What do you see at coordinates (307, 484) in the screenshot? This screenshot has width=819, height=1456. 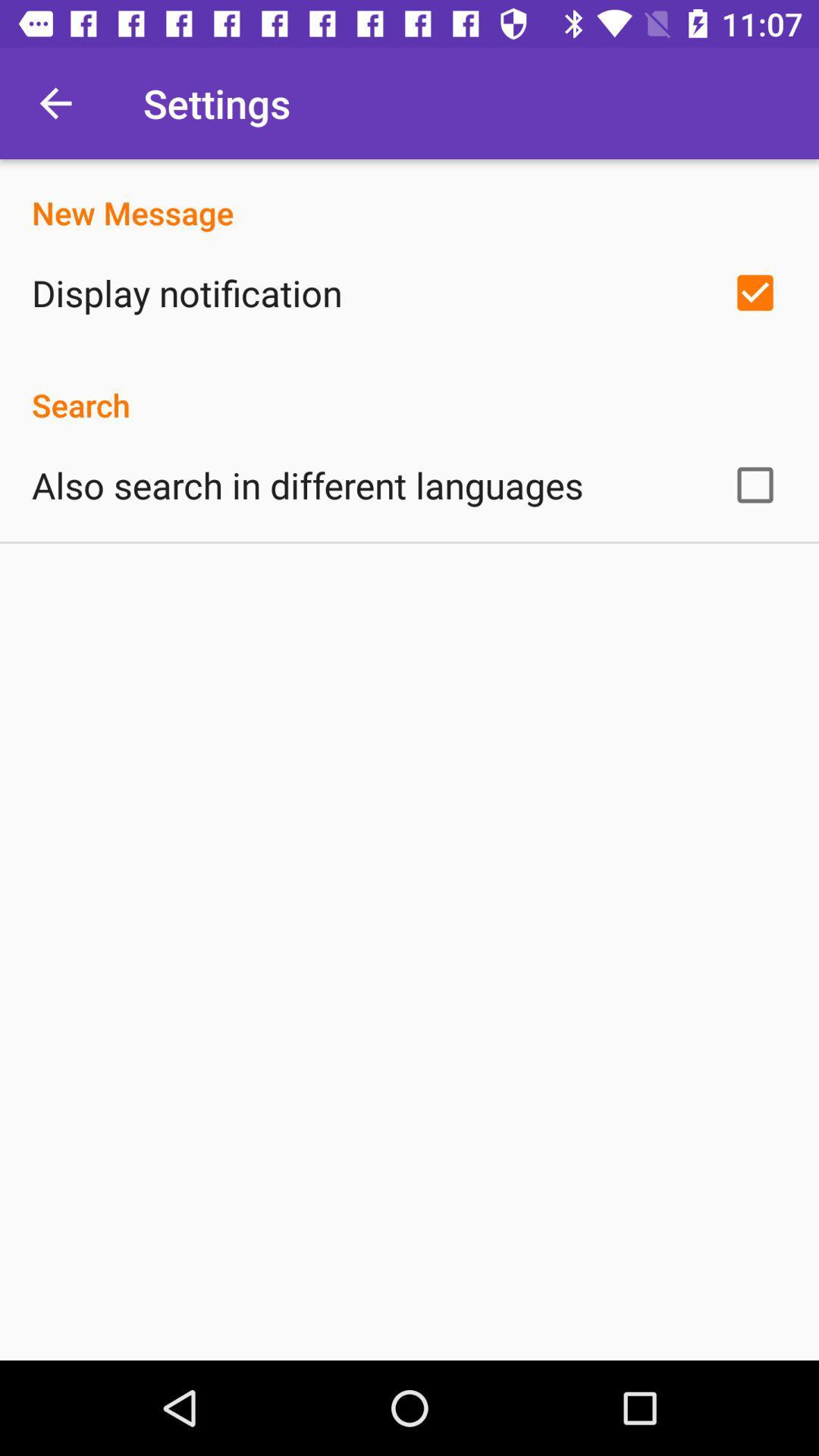 I see `the item below the search` at bounding box center [307, 484].